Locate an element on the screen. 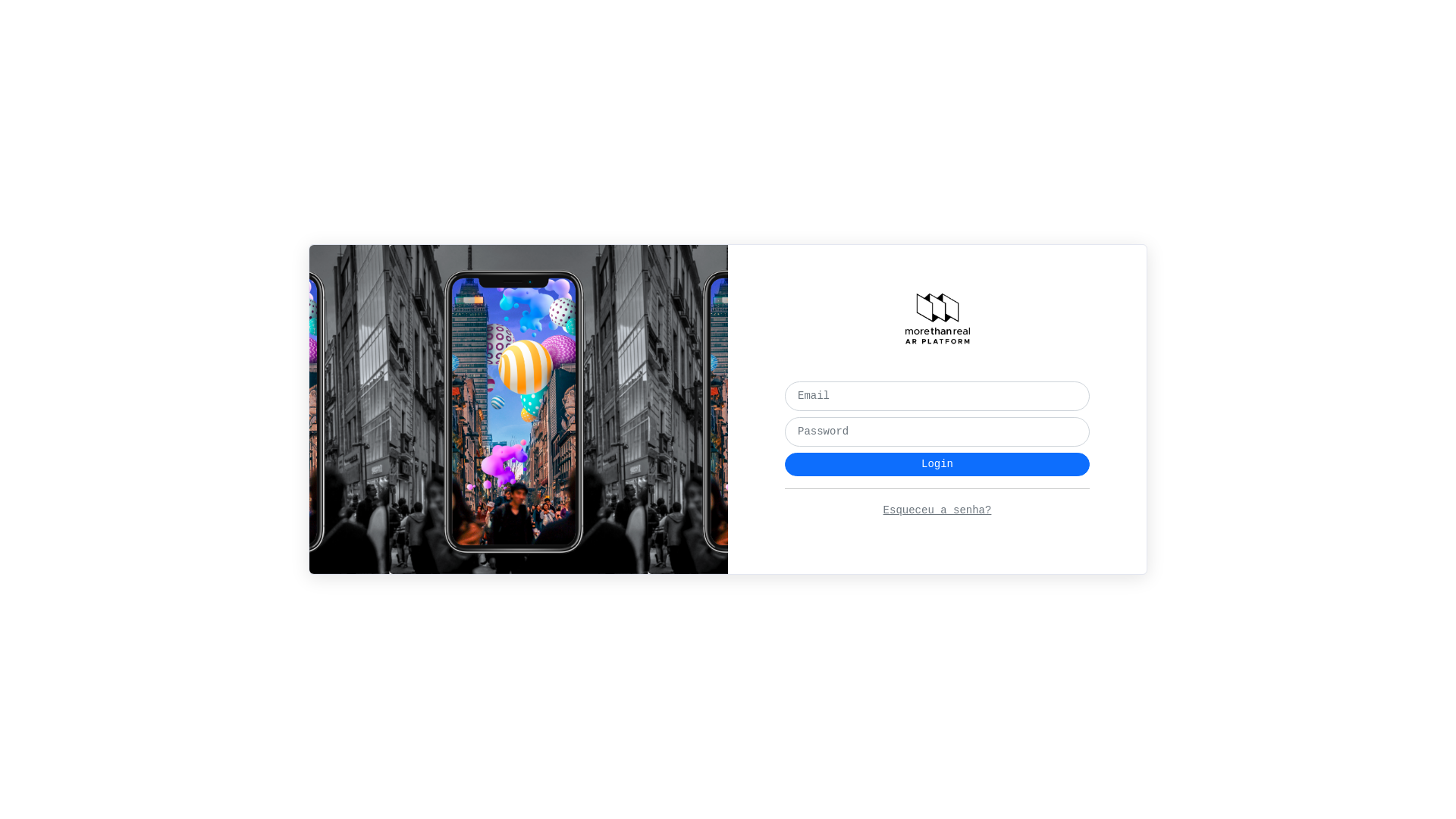  'Login' is located at coordinates (937, 463).